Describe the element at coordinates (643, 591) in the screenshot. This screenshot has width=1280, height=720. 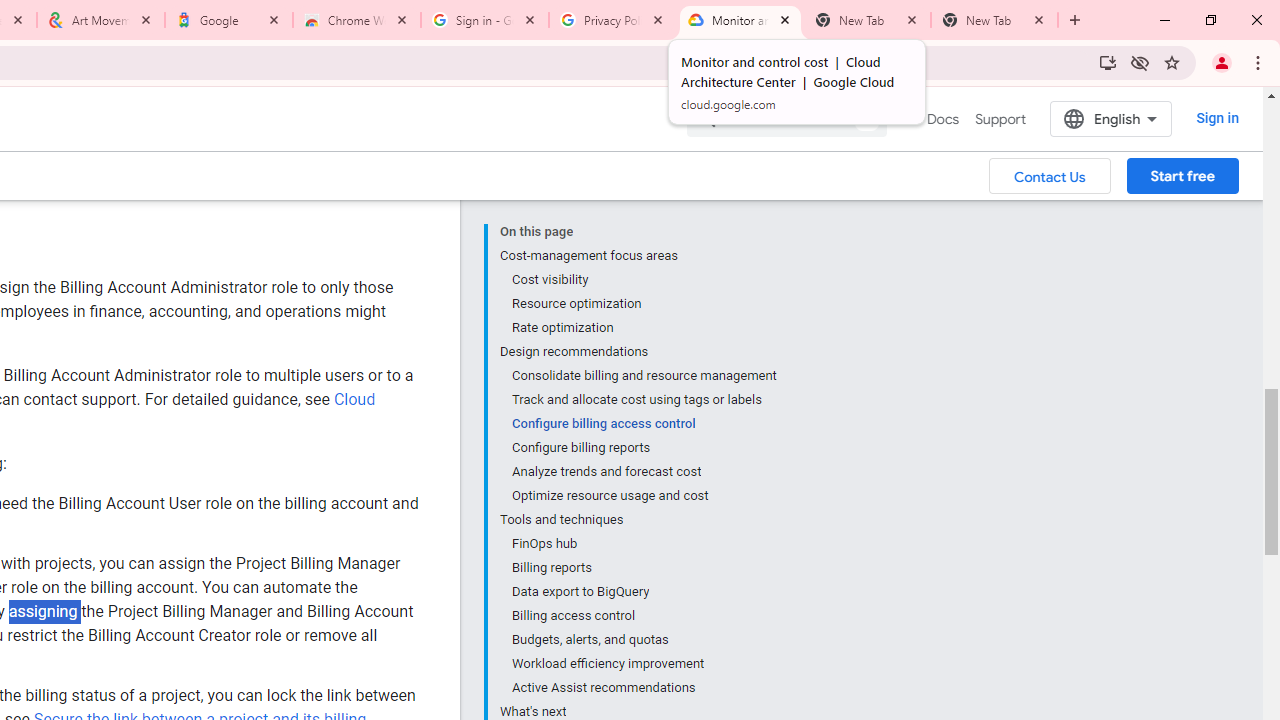
I see `'Data export to BigQuery'` at that location.